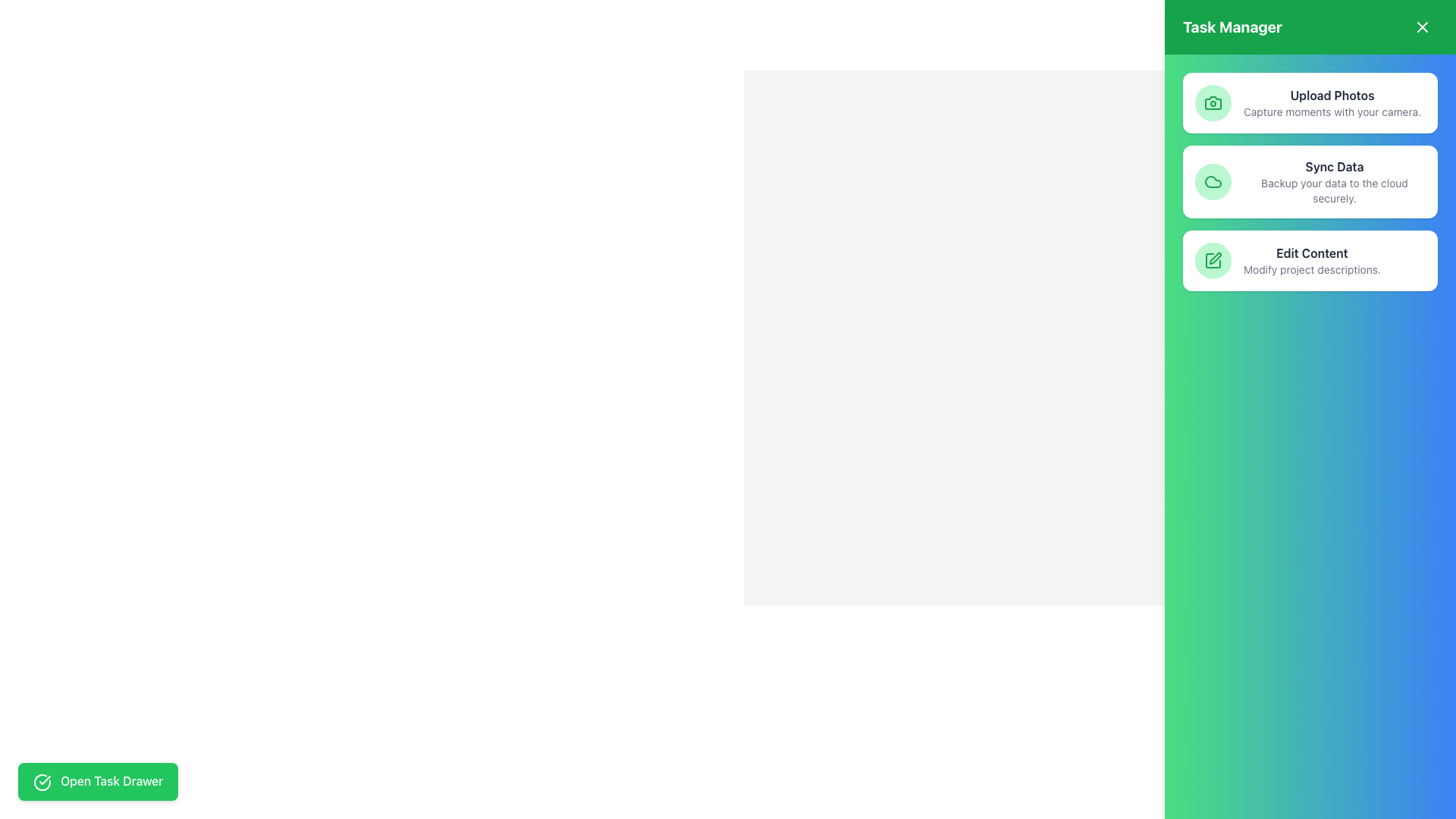  I want to click on the 'Upload Photos' text label, which is styled in bold, dark-colored text and located at the top left of the 'Upload Photos' card in the 'Task Manager' panel, so click(1332, 96).